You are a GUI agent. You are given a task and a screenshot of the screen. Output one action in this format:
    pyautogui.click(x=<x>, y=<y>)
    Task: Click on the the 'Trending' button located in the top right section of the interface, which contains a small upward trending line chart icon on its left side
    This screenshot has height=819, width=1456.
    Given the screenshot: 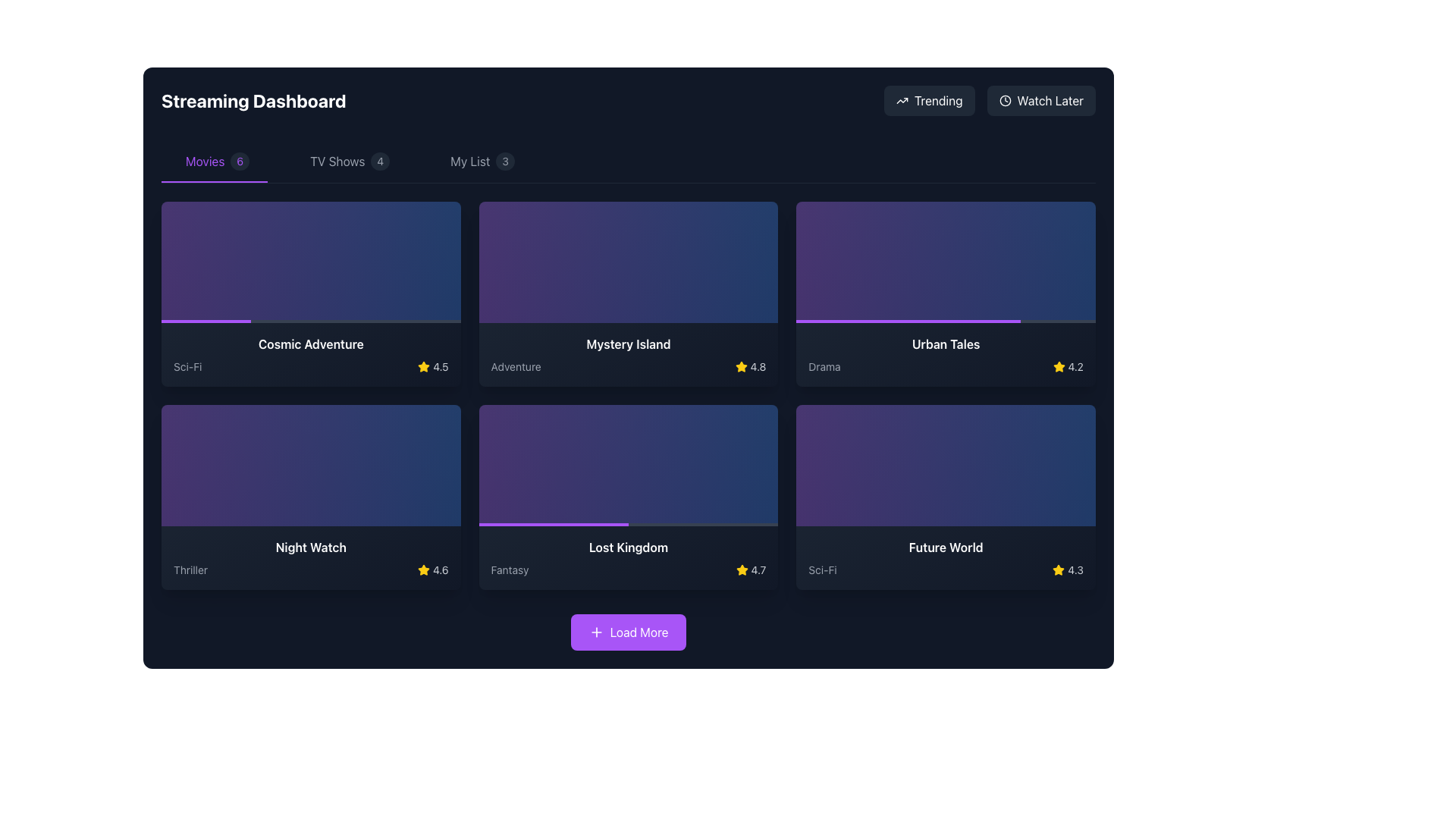 What is the action you would take?
    pyautogui.click(x=902, y=100)
    